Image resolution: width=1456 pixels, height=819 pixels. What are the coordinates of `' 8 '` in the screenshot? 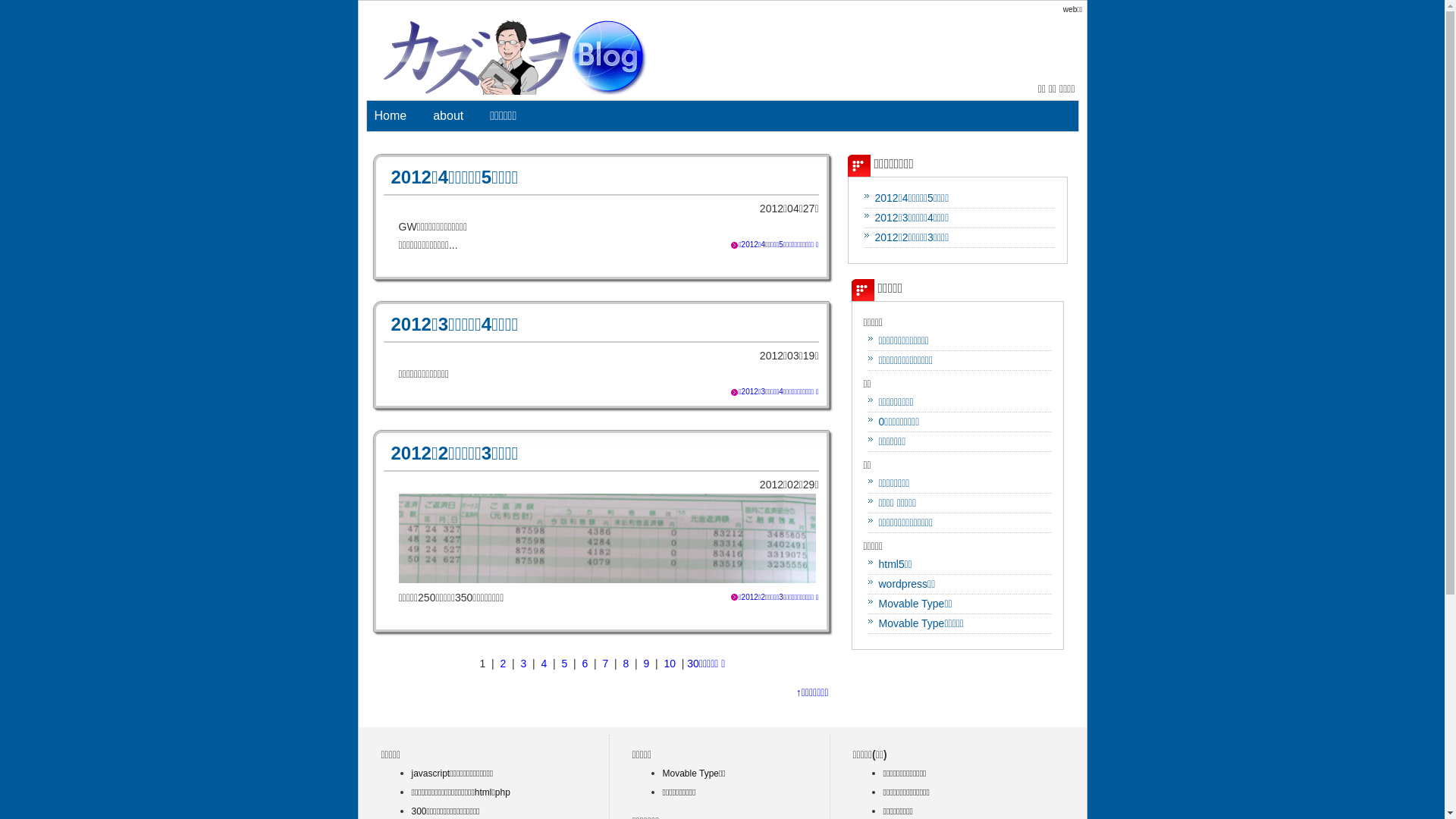 It's located at (626, 663).